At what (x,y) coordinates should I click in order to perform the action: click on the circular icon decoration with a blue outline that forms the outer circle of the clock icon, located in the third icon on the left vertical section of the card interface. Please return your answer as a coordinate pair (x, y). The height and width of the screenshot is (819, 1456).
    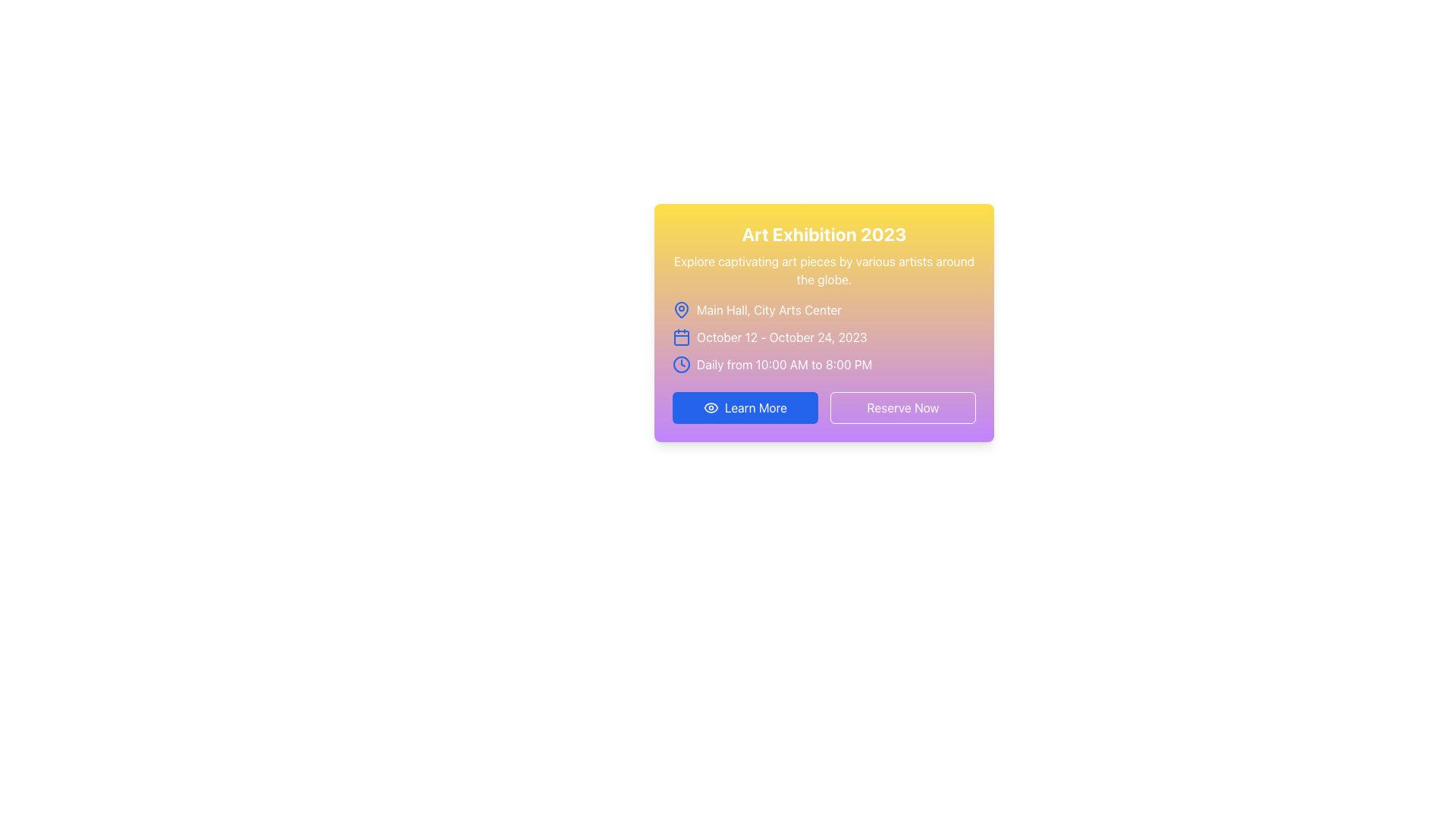
    Looking at the image, I should click on (680, 365).